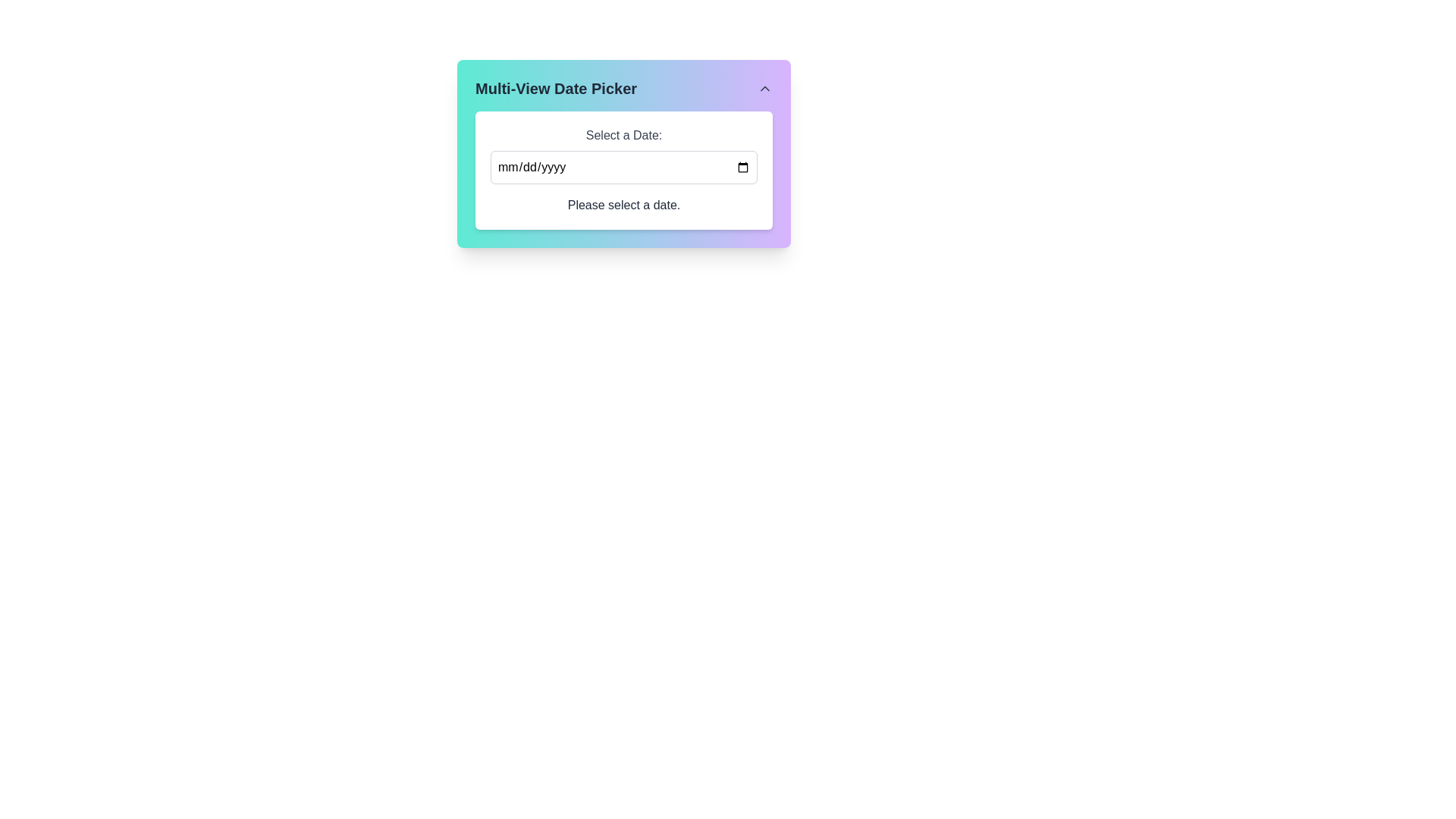  Describe the element at coordinates (764, 88) in the screenshot. I see `the upward navigation button located to the right of the 'Multi-View Date Picker' text` at that location.